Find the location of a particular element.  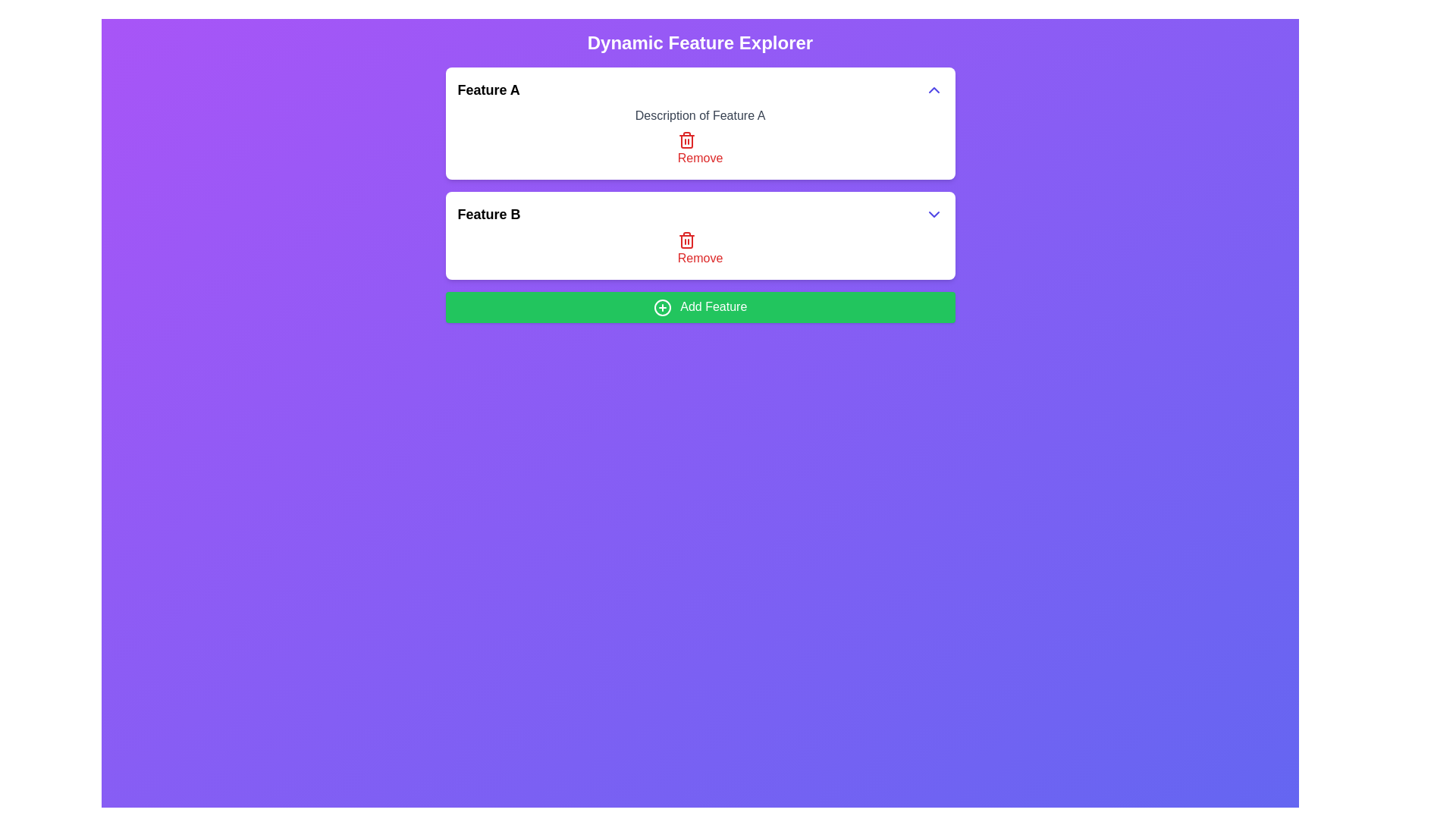

the delete button located at the bottom-right corner of the 'Feature B' section is located at coordinates (699, 248).